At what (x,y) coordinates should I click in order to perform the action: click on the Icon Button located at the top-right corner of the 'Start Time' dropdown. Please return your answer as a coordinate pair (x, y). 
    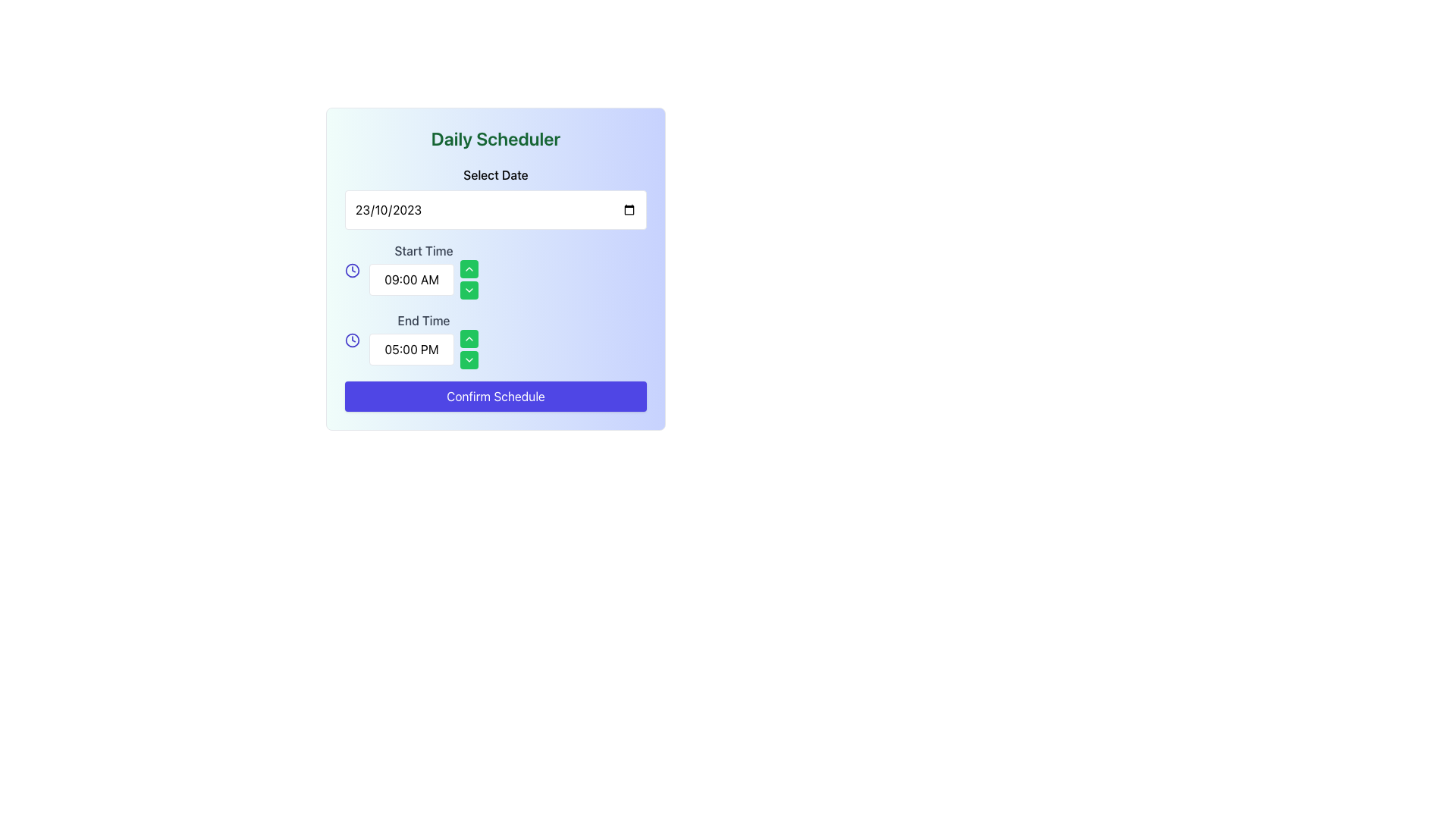
    Looking at the image, I should click on (469, 290).